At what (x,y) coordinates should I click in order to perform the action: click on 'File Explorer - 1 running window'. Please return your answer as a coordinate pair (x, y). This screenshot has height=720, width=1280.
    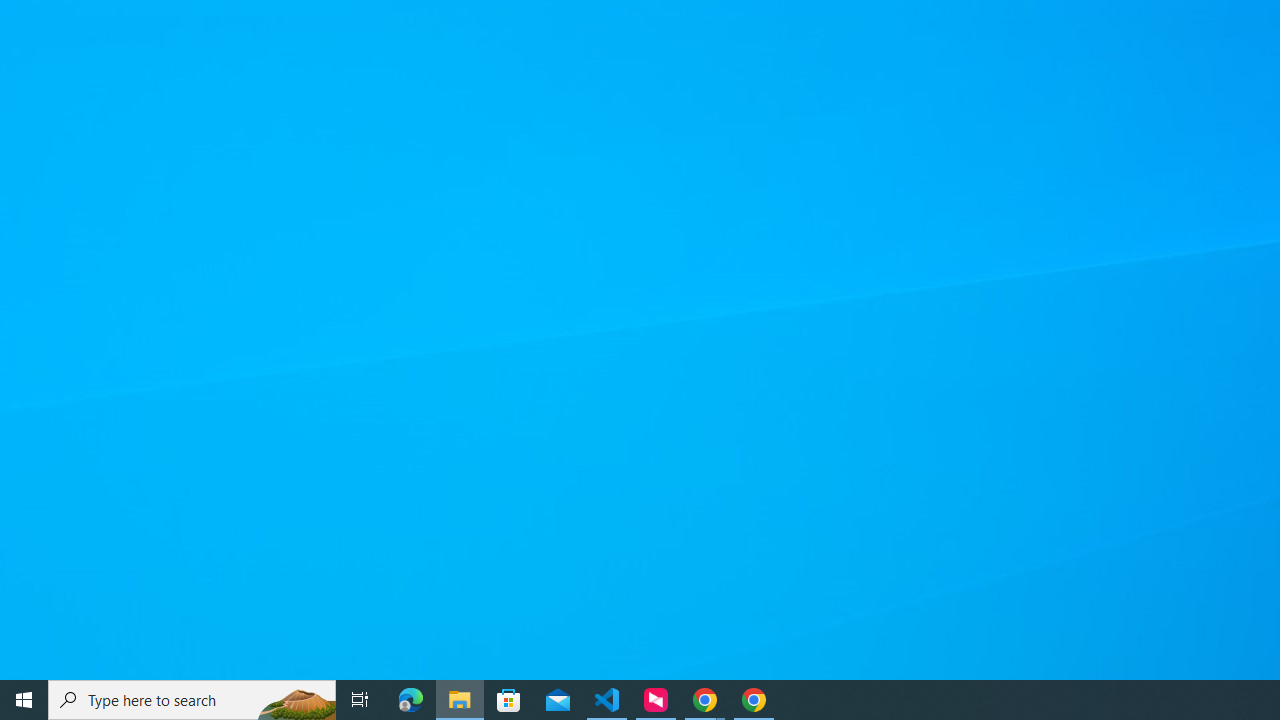
    Looking at the image, I should click on (459, 698).